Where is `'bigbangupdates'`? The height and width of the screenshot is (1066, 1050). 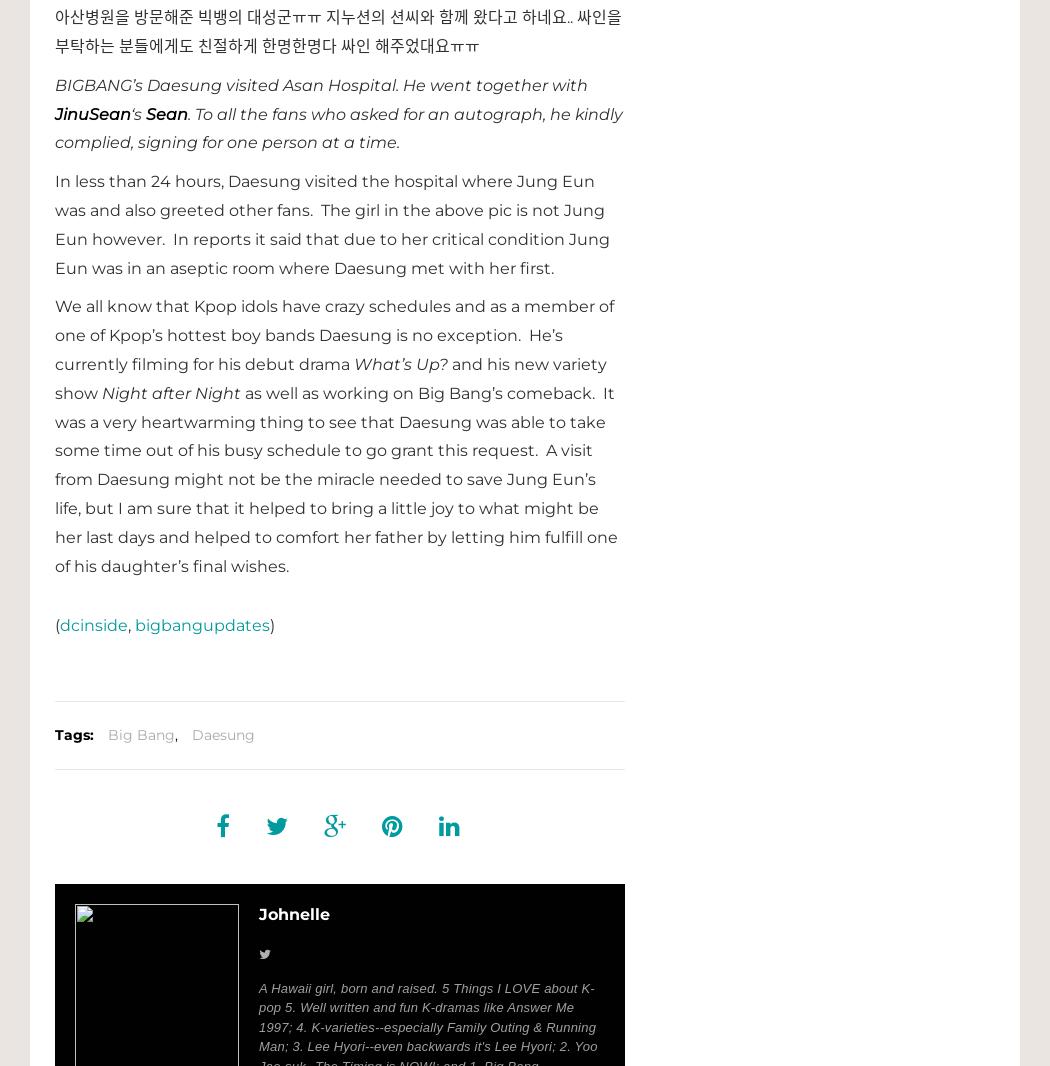
'bigbangupdates' is located at coordinates (201, 624).